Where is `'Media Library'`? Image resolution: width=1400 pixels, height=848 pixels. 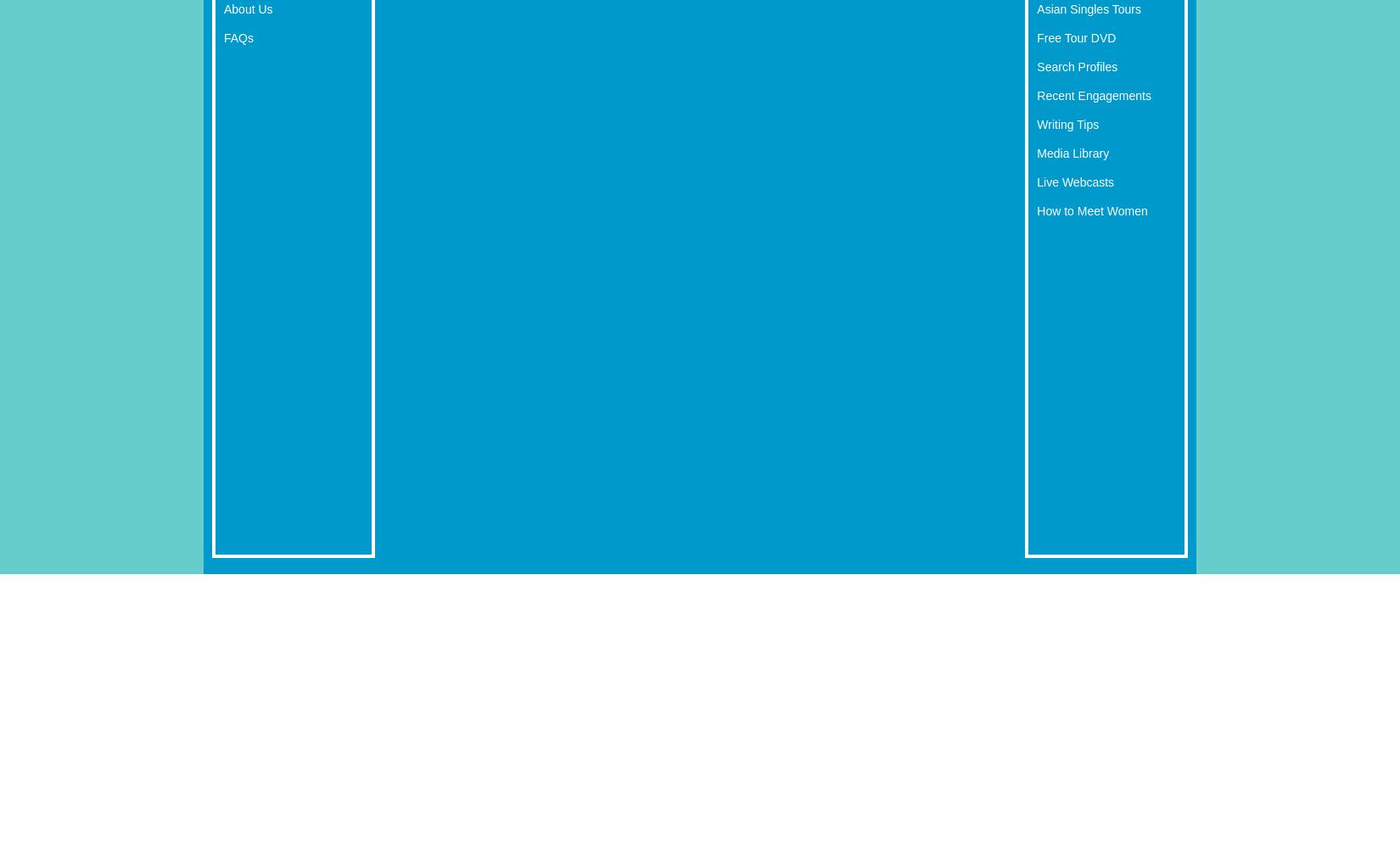
'Media Library' is located at coordinates (1036, 153).